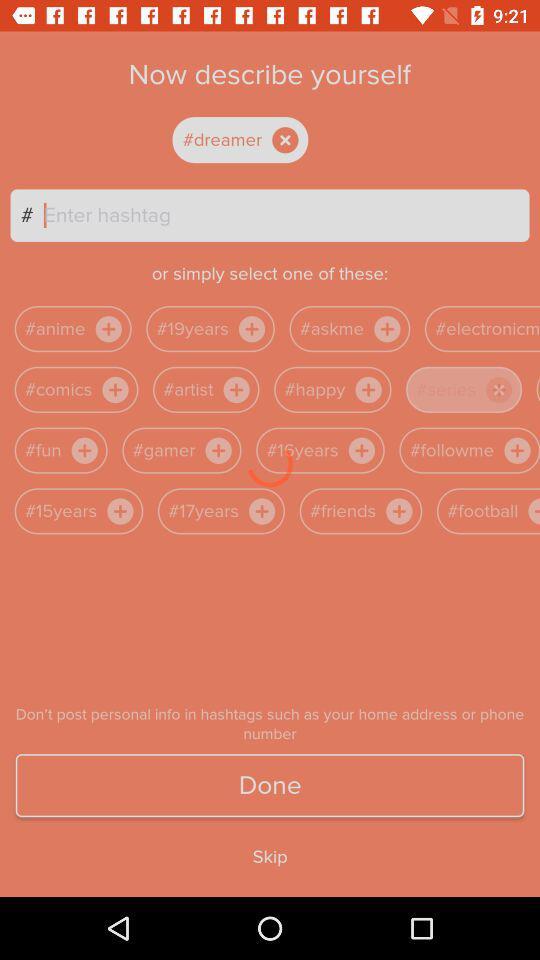  Describe the element at coordinates (285, 215) in the screenshot. I see `the text bar` at that location.